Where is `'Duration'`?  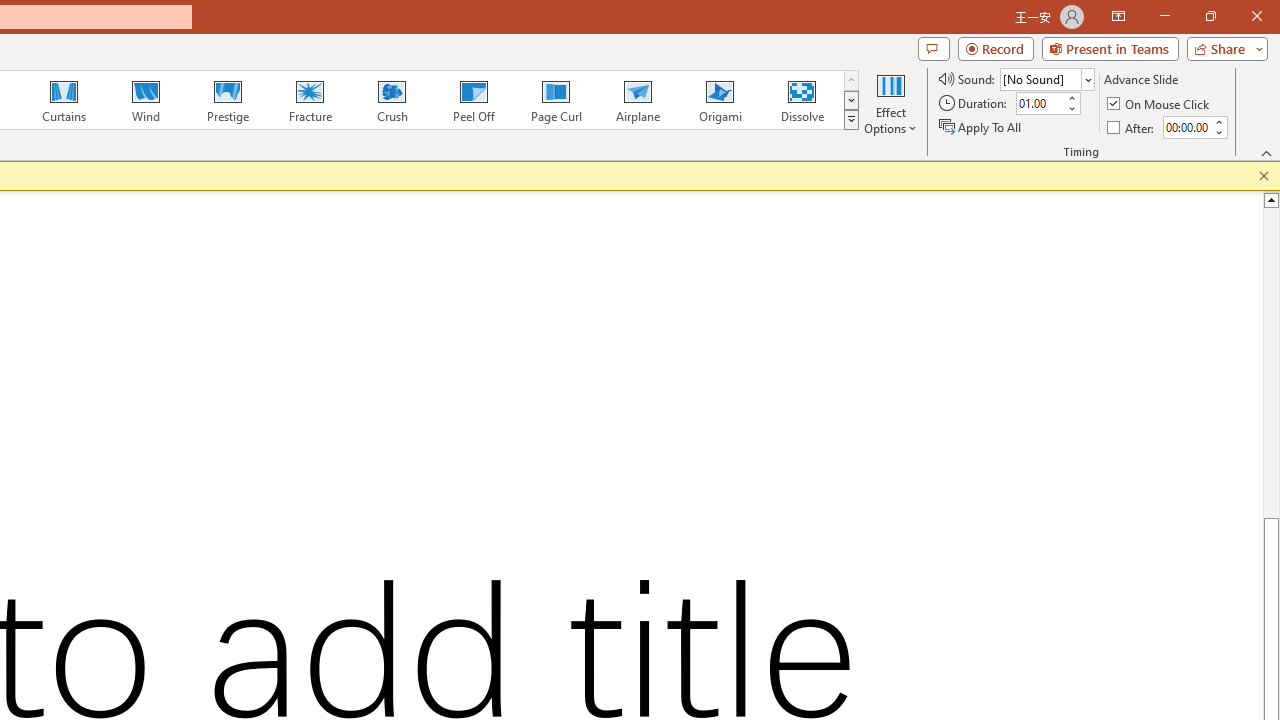 'Duration' is located at coordinates (1040, 103).